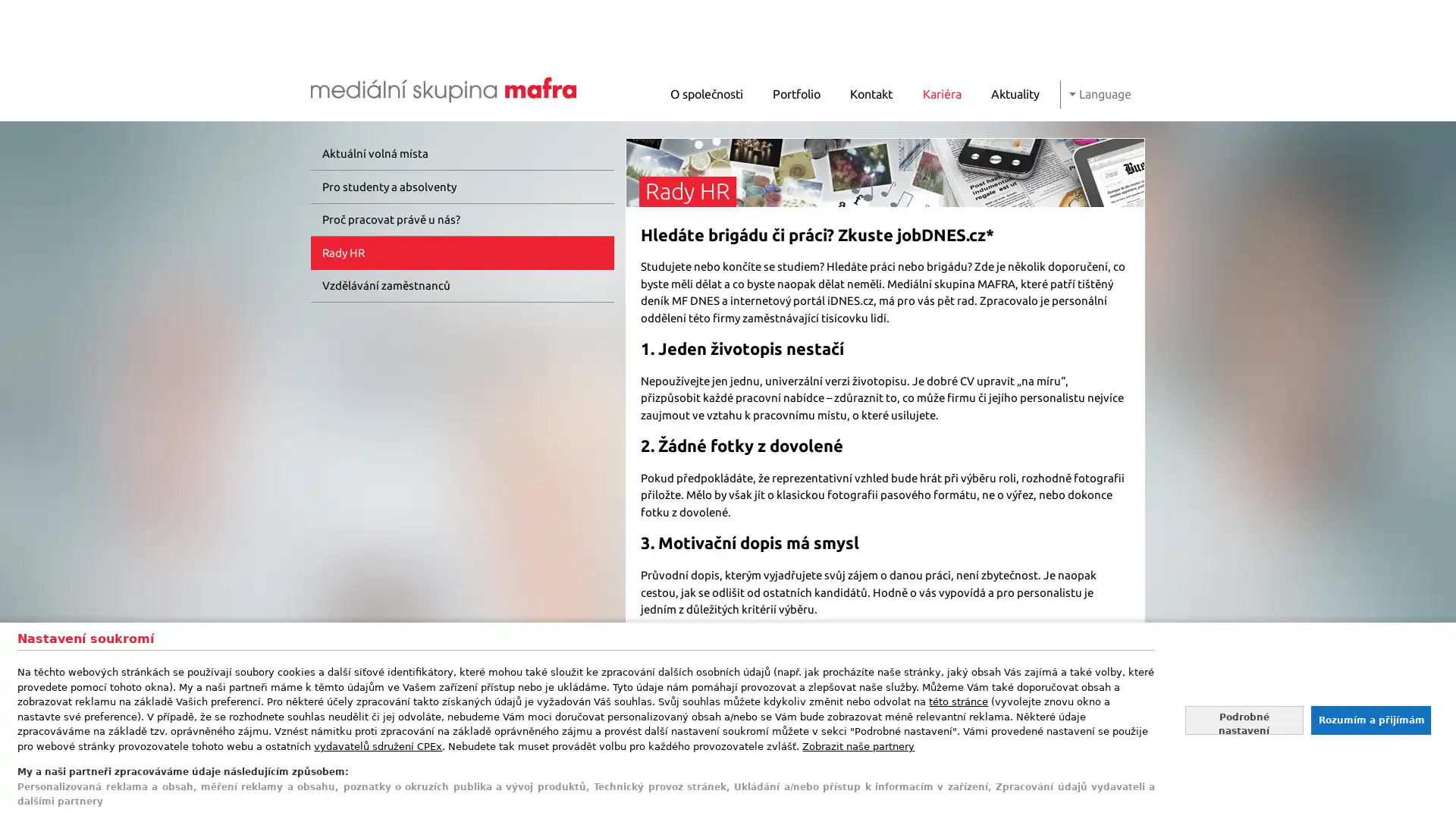  I want to click on Nastavte sve souhlasy, so click(1244, 719).